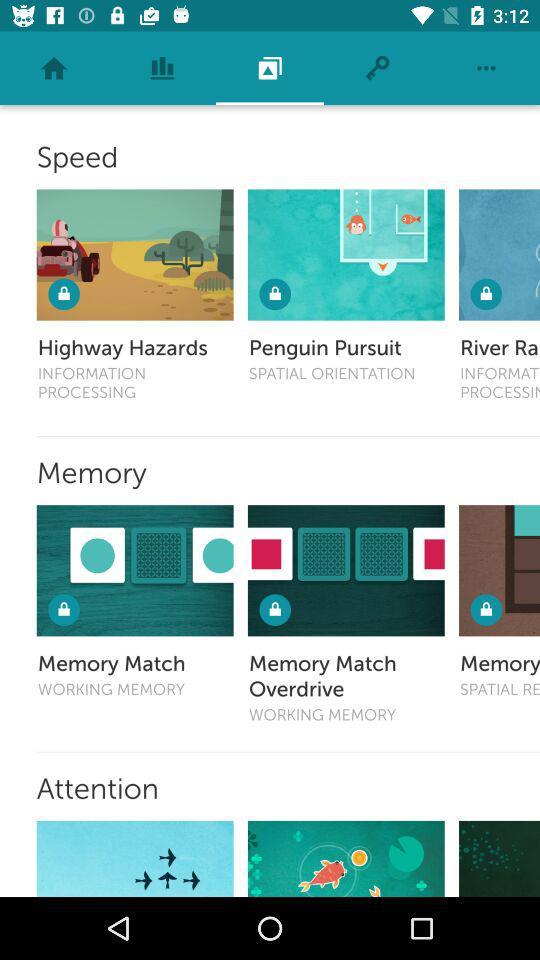 This screenshot has width=540, height=960. I want to click on memory match overdrive, so click(345, 570).